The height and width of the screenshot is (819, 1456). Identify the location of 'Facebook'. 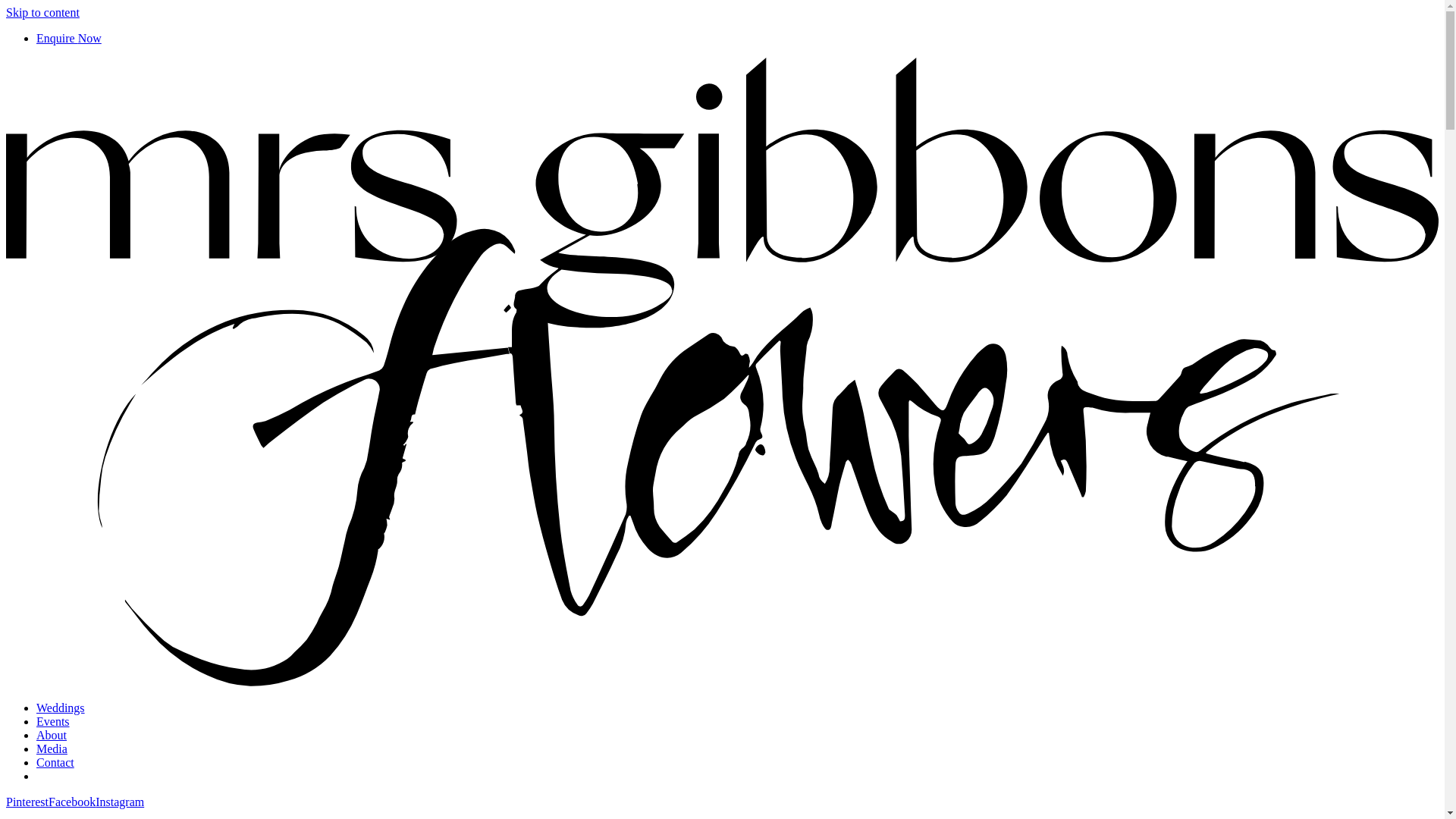
(71, 801).